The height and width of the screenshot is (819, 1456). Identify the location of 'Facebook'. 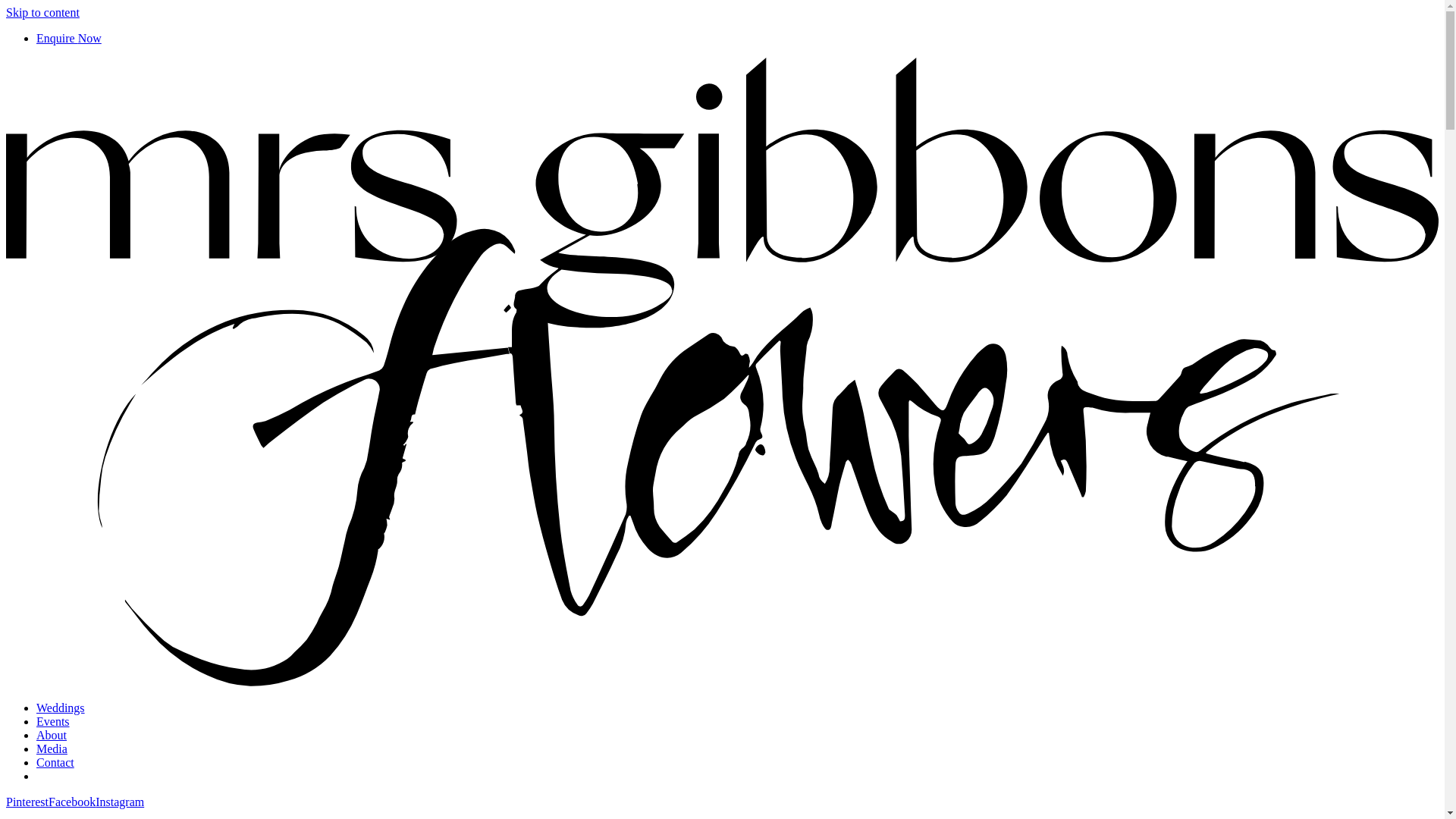
(71, 801).